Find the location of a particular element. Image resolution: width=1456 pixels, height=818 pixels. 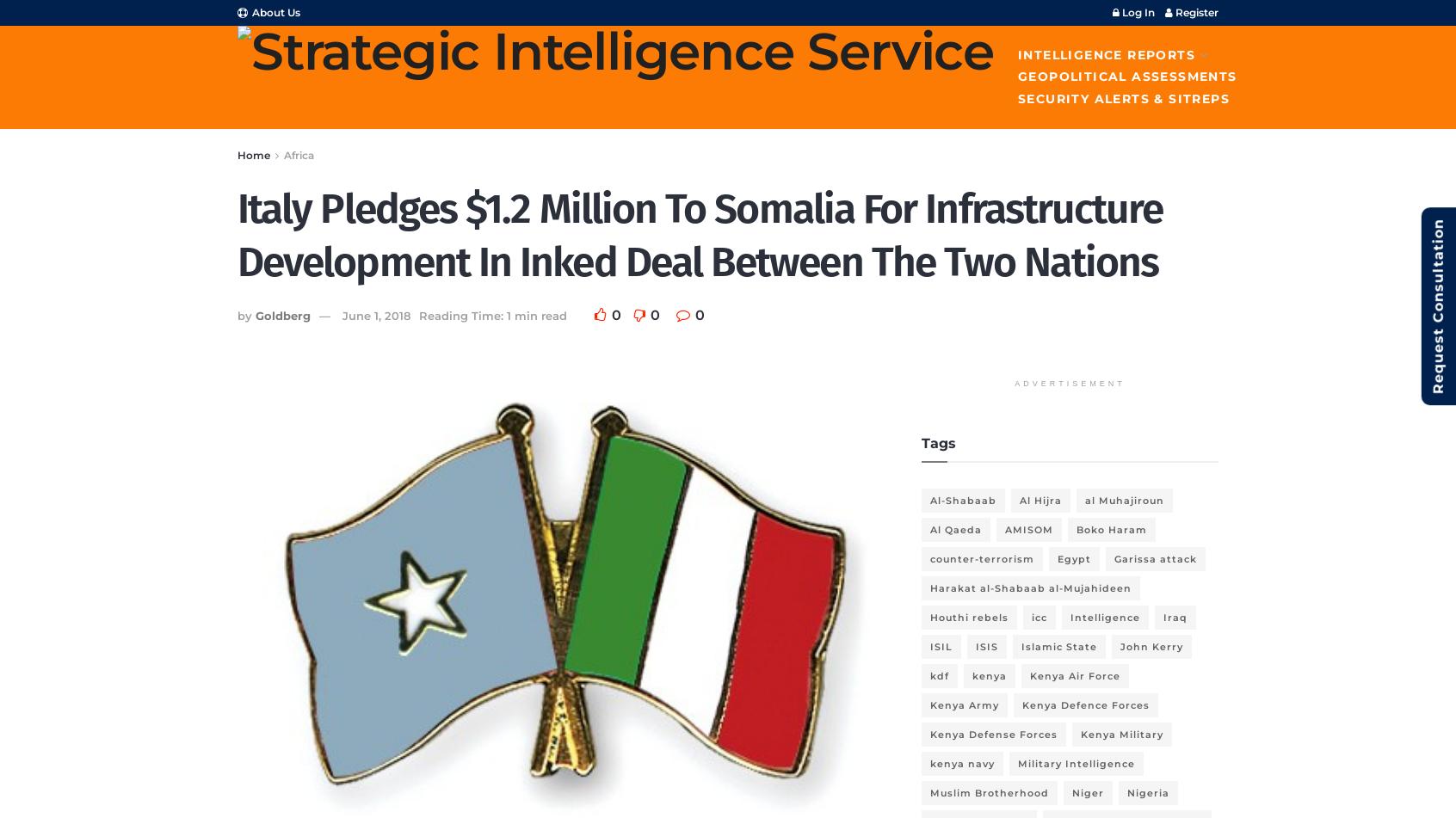

'Harakat al-Shabaab al-Mujahideen' is located at coordinates (1029, 587).